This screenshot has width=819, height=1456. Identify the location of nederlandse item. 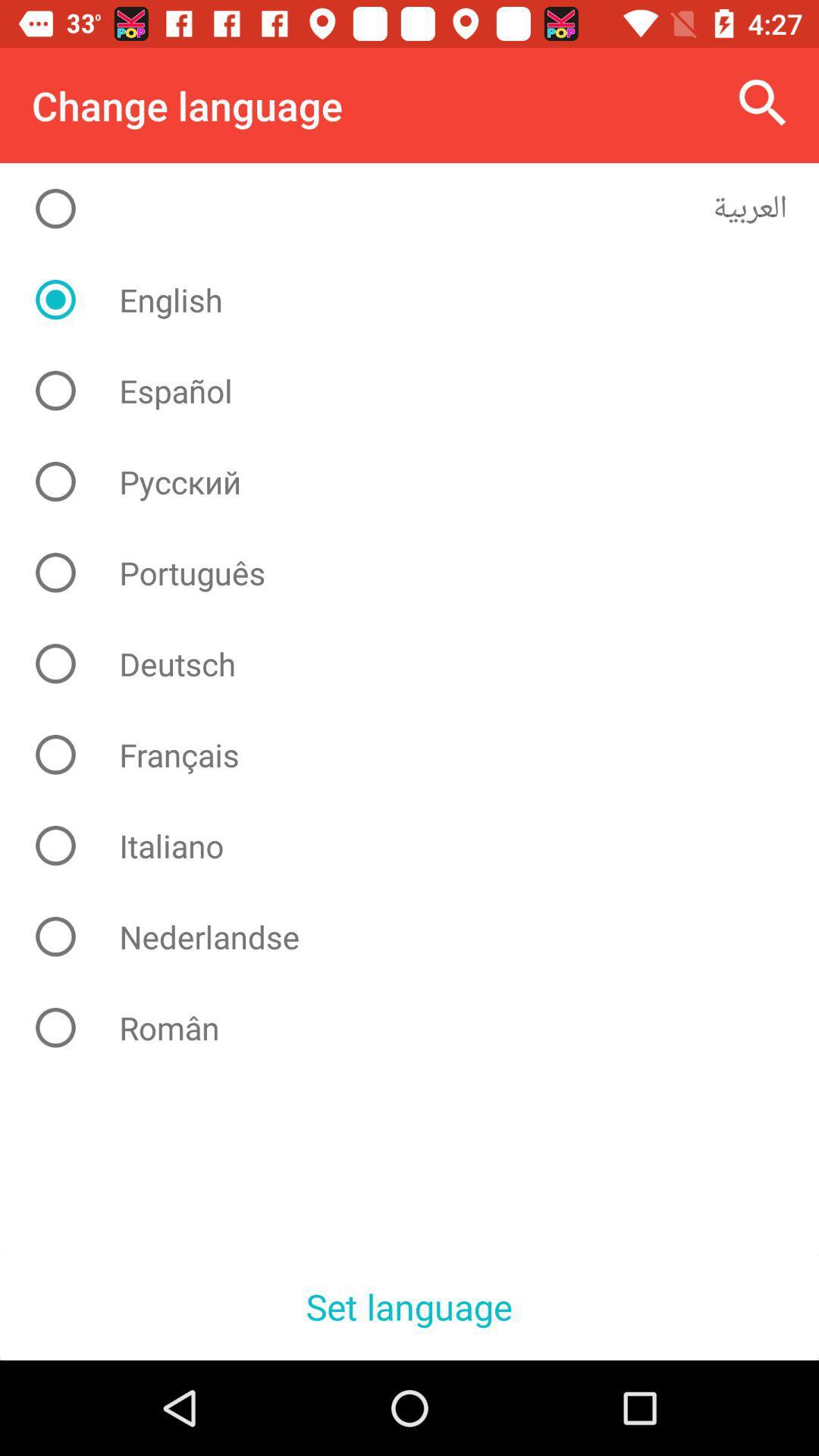
(421, 936).